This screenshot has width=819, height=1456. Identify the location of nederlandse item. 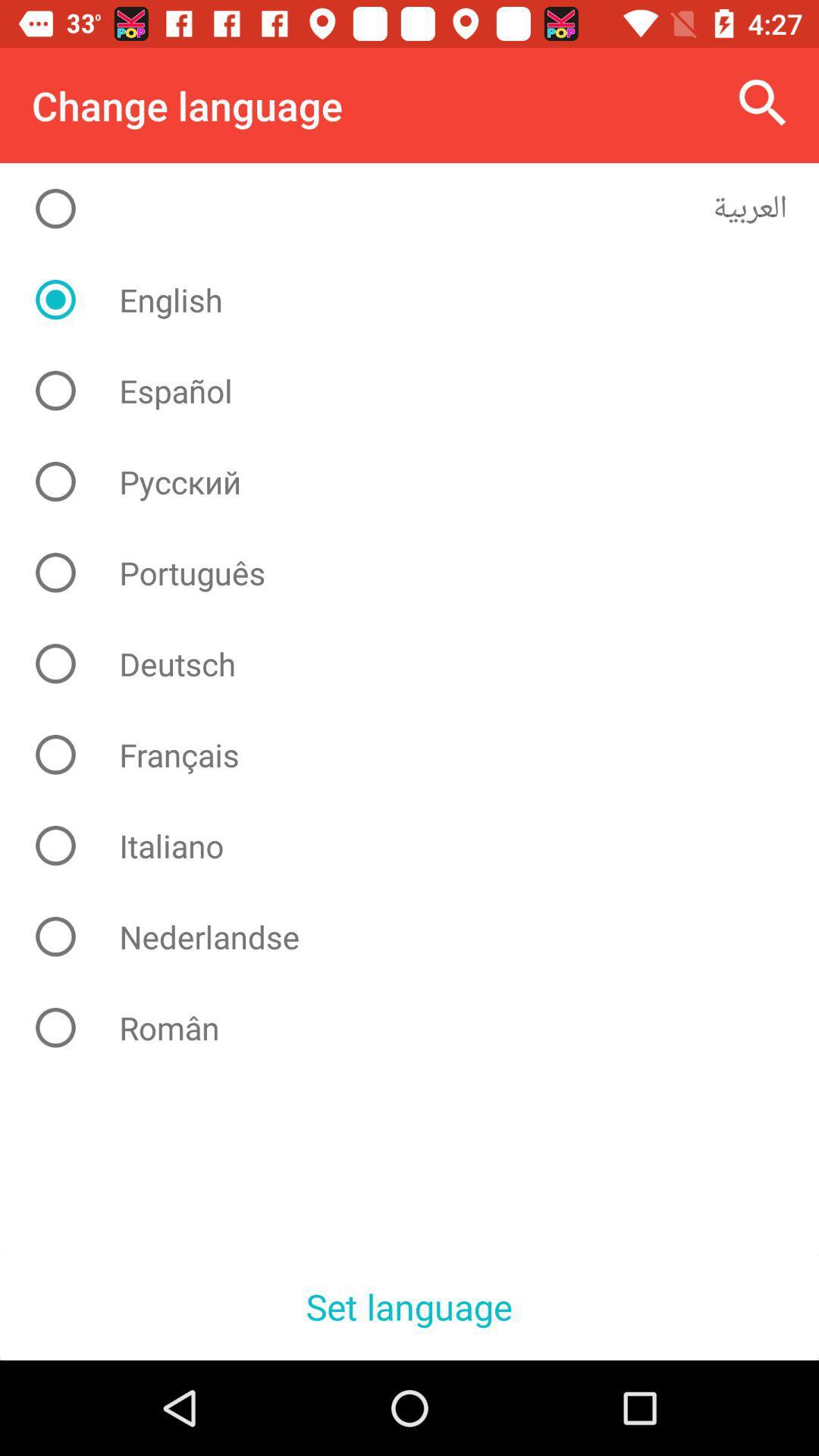
(421, 936).